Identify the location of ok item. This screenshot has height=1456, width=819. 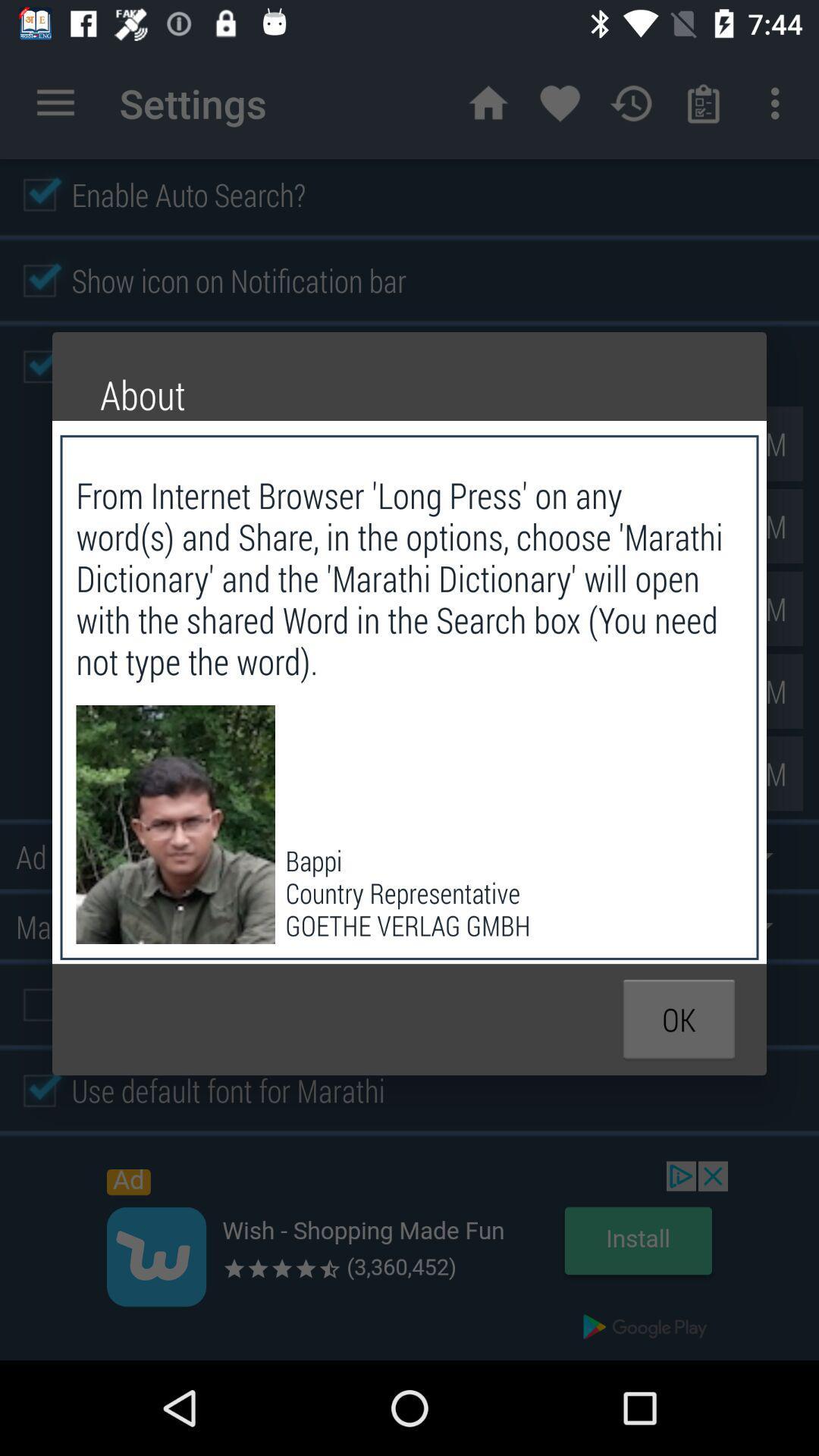
(678, 1019).